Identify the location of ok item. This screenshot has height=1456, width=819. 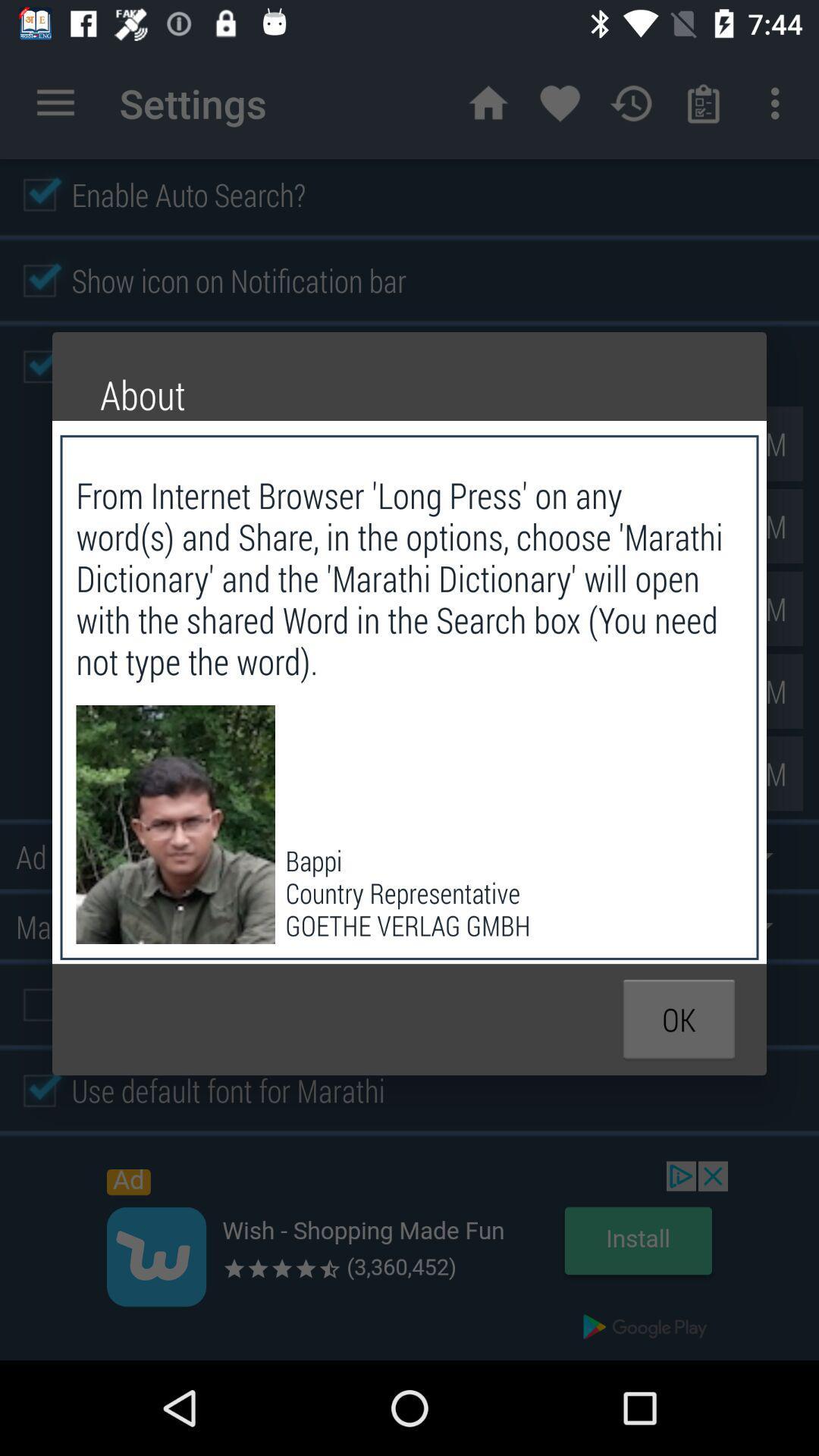
(678, 1019).